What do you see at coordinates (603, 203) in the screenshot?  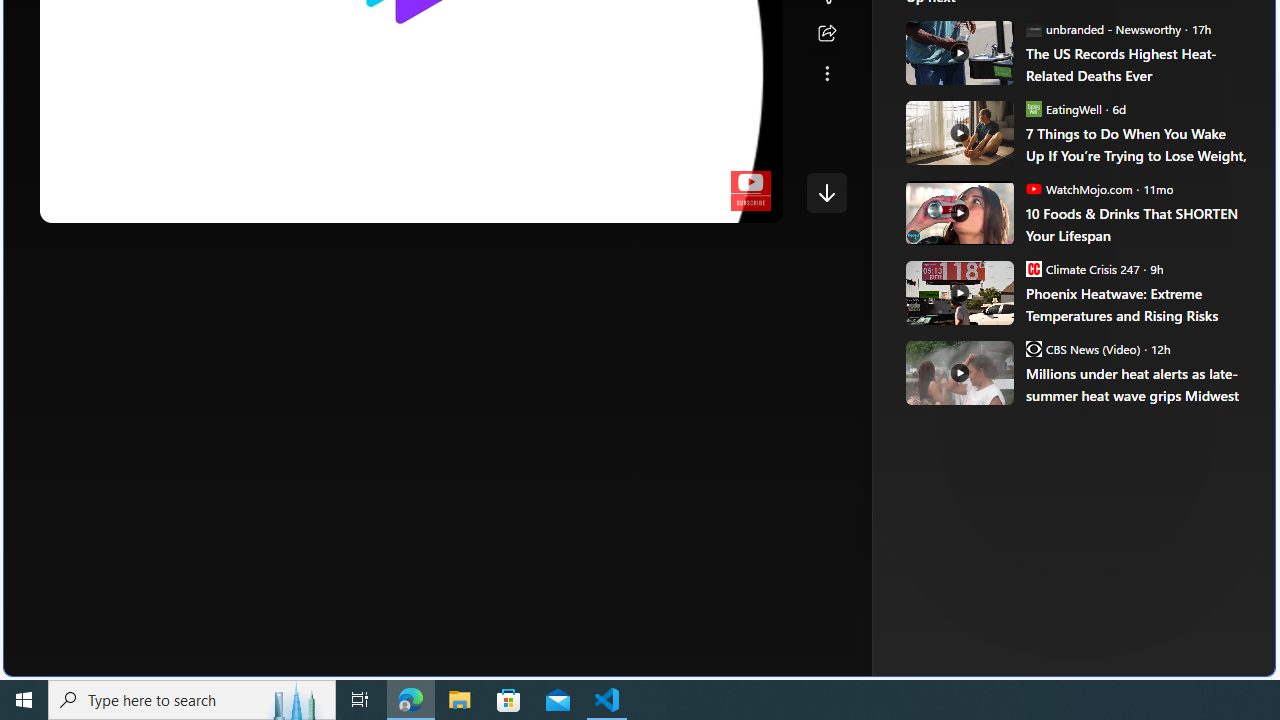 I see `'Subtitles/closed captions unavailable'` at bounding box center [603, 203].